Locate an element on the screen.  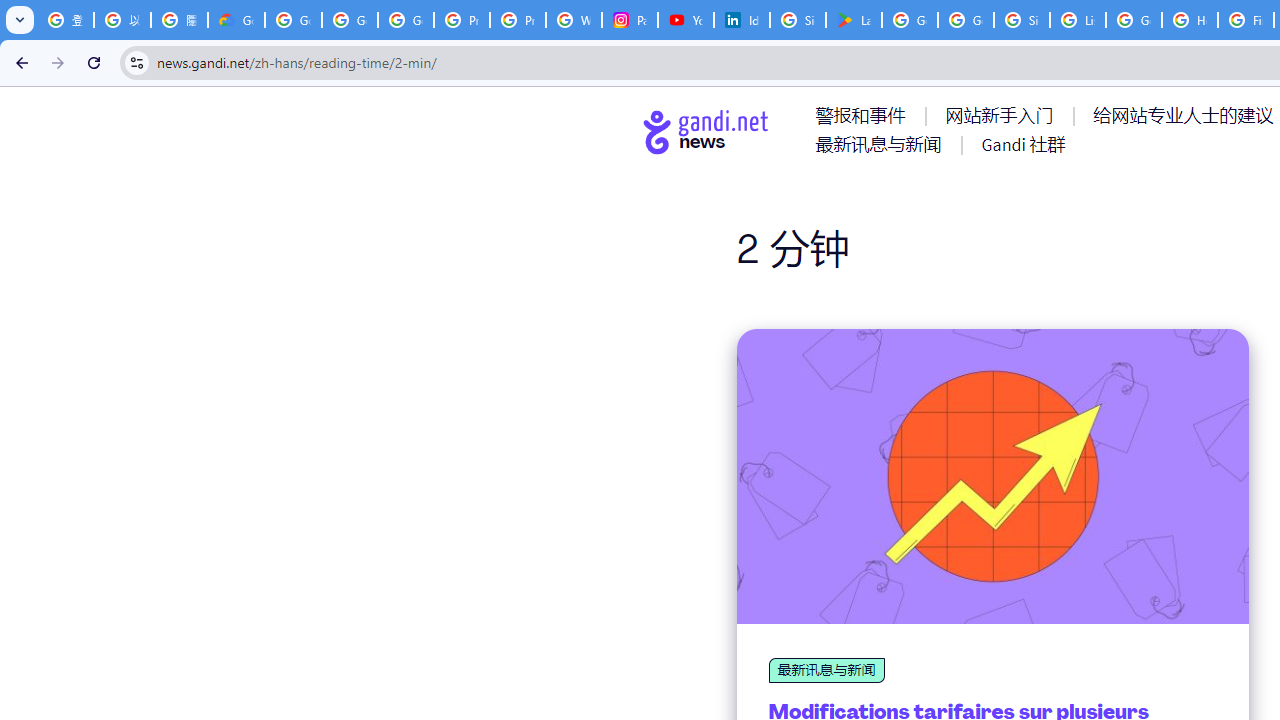
'AutomationID: menu-item-77767' is located at coordinates (1023, 143).